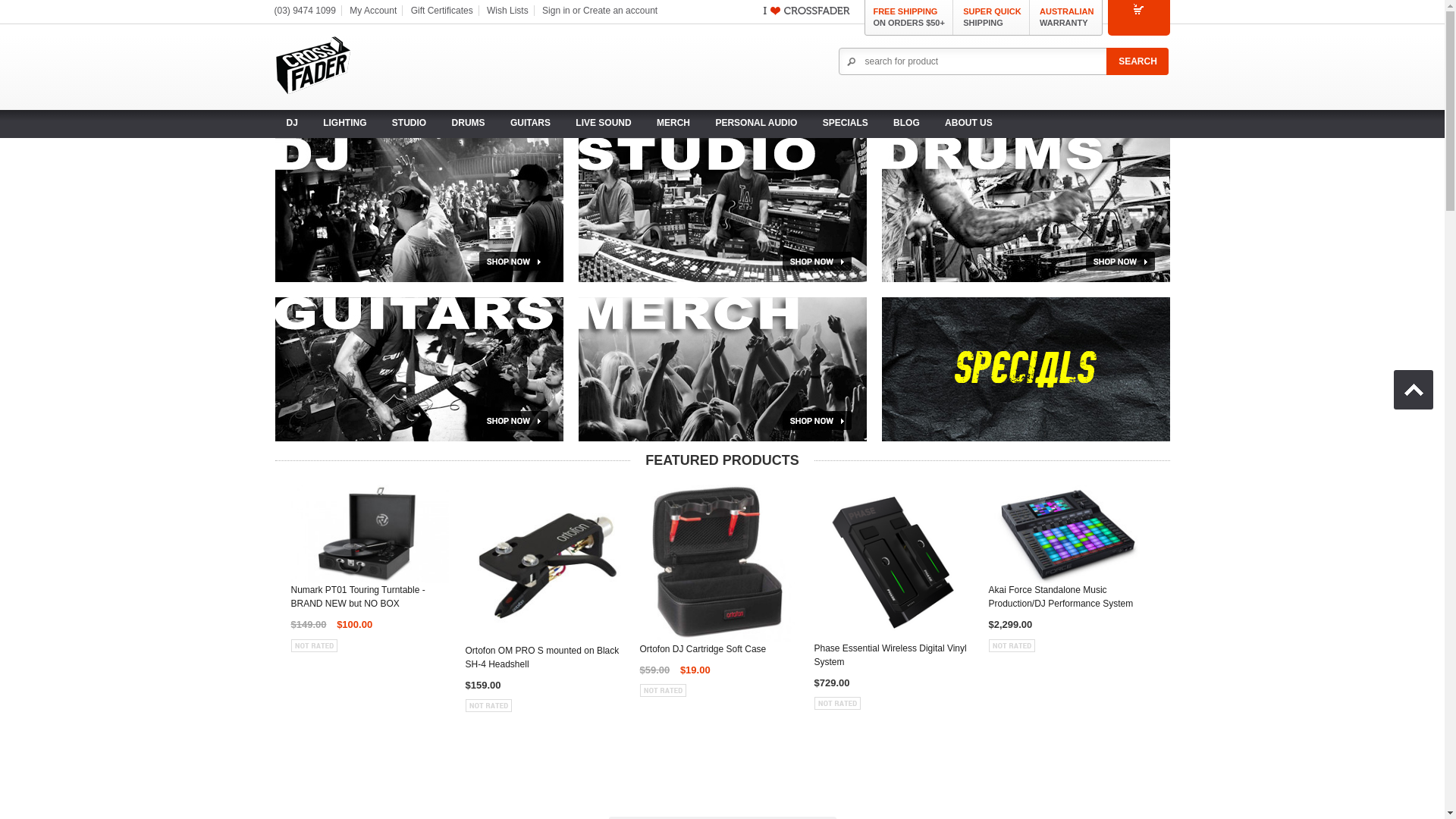 The height and width of the screenshot is (819, 1456). Describe the element at coordinates (1412, 388) in the screenshot. I see `'Back to Top'` at that location.